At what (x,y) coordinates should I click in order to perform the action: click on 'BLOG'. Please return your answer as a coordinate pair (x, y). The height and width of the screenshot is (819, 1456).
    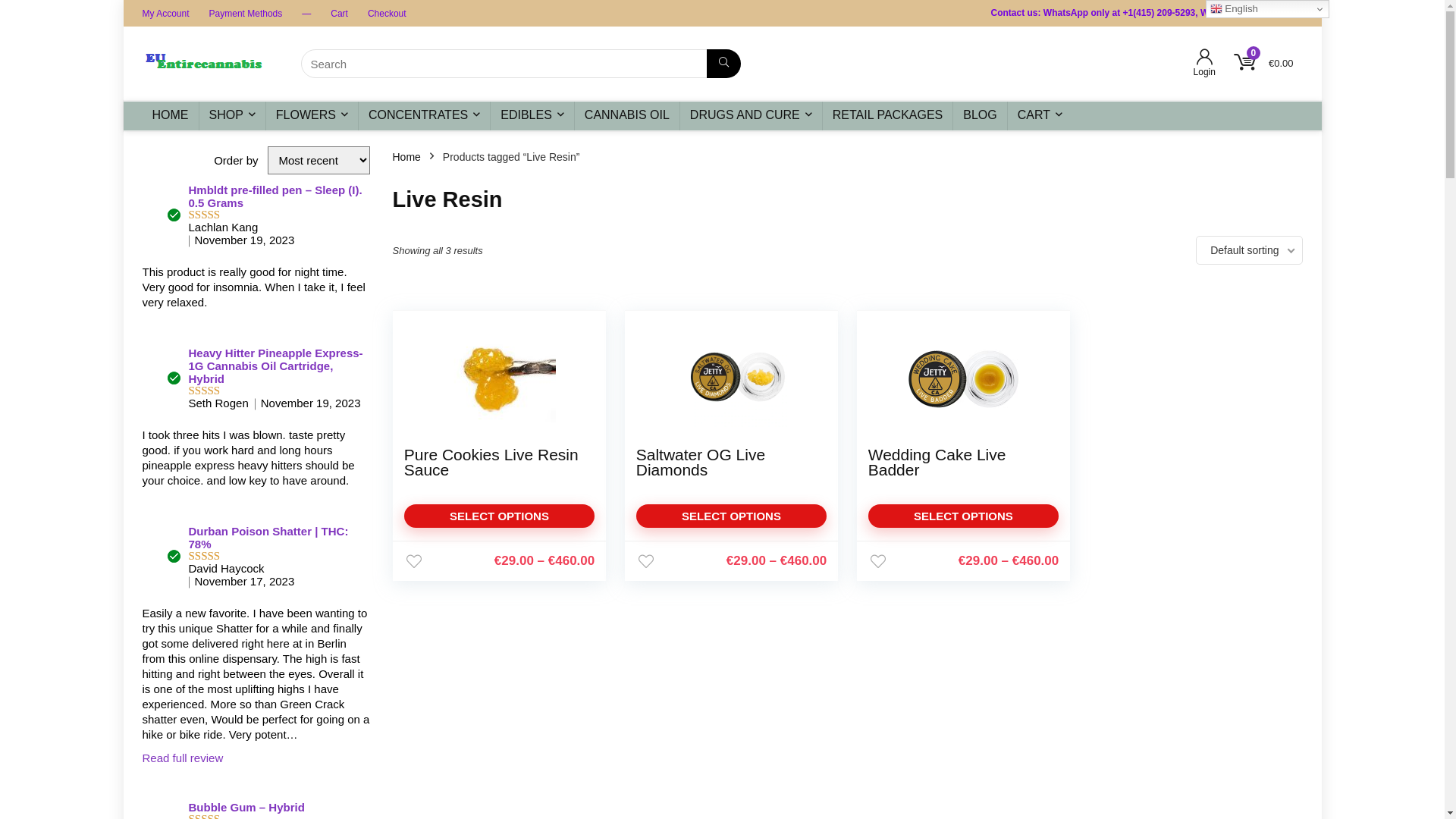
    Looking at the image, I should click on (952, 115).